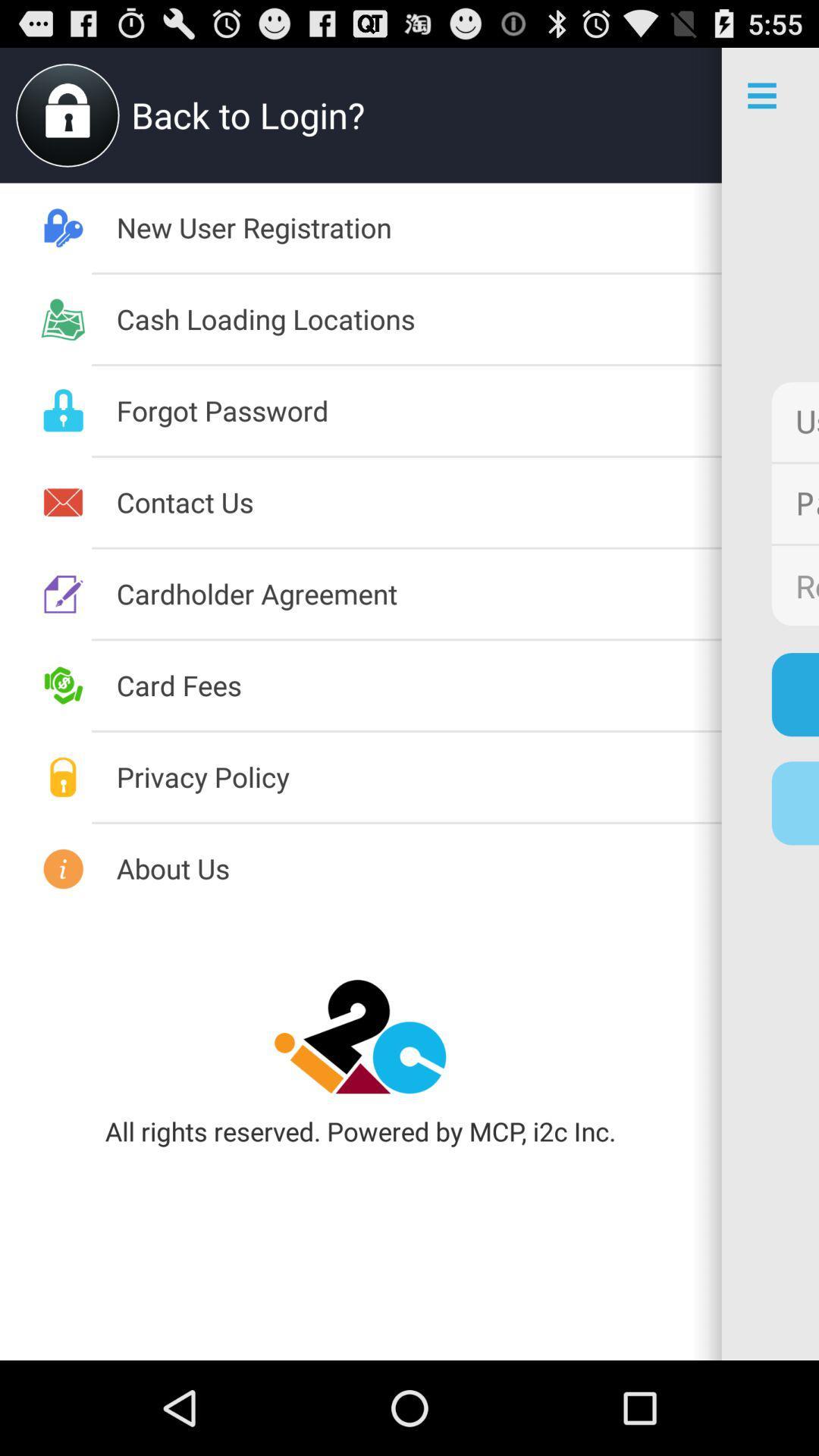  What do you see at coordinates (673, 115) in the screenshot?
I see `app next to the back to login? icon` at bounding box center [673, 115].